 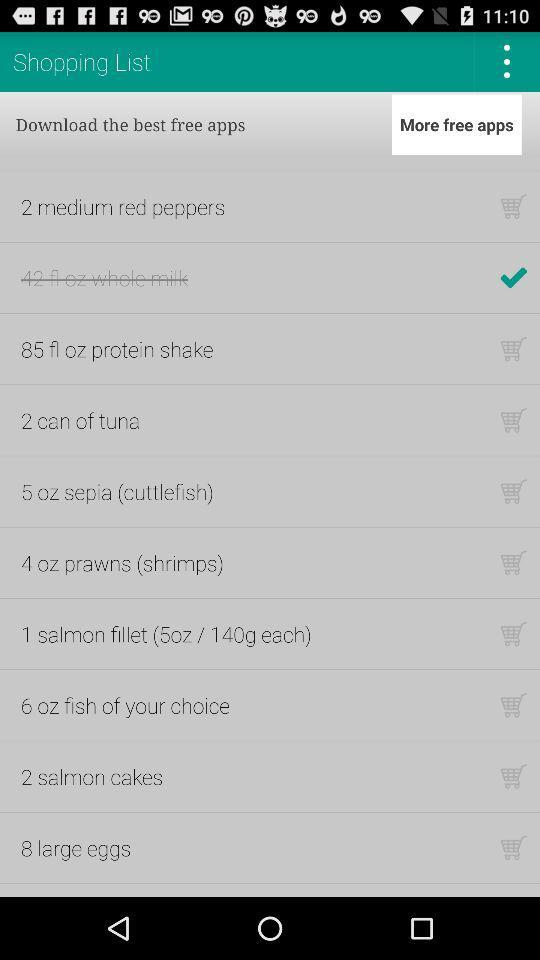 I want to click on the 8 large eggs item, so click(x=75, y=846).